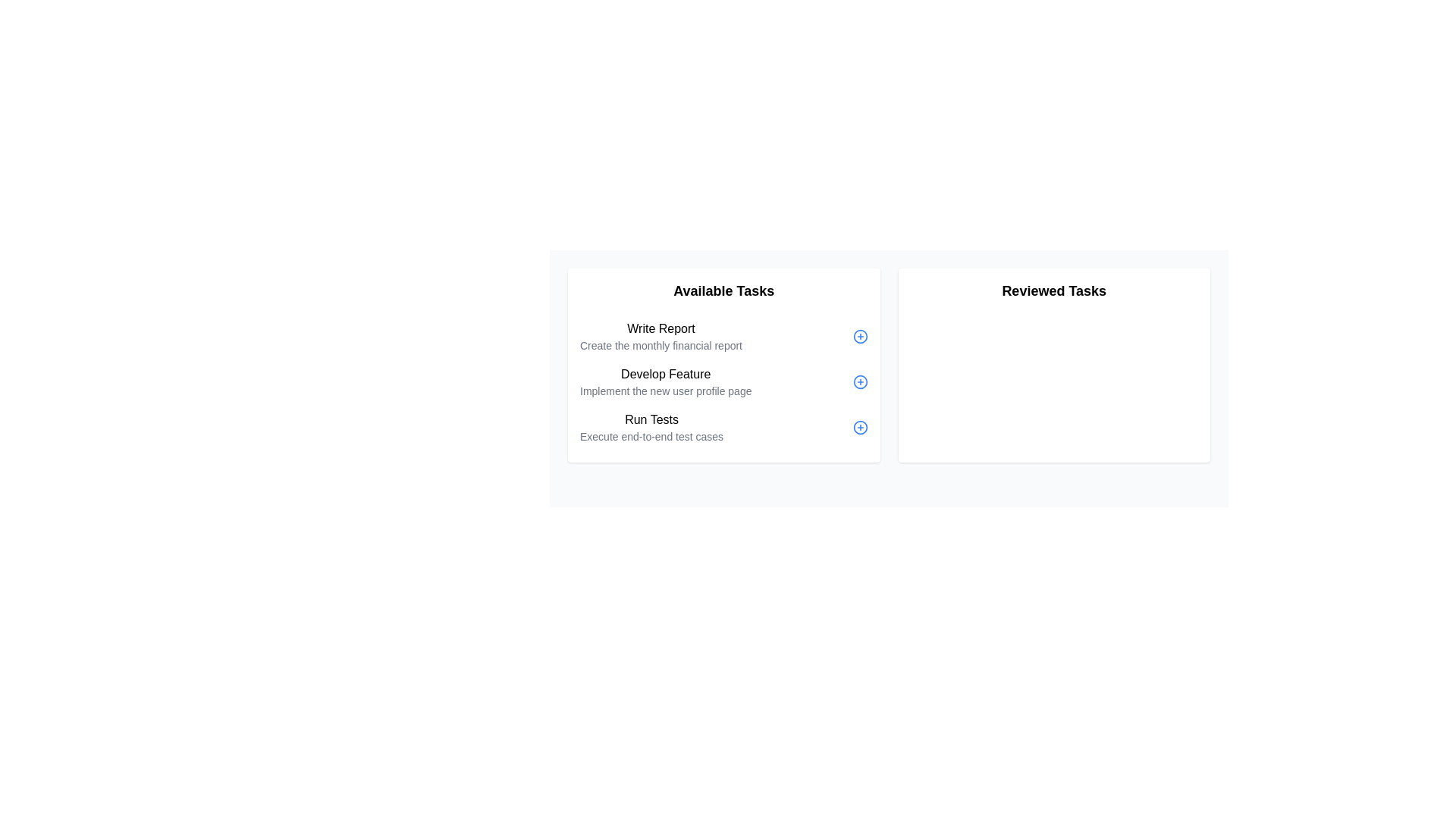 The width and height of the screenshot is (1456, 819). Describe the element at coordinates (666, 374) in the screenshot. I see `text label 'Develop Feature' located centrally within the task card under the 'Available Tasks' section, above the description 'Implement the new user profile page'` at that location.